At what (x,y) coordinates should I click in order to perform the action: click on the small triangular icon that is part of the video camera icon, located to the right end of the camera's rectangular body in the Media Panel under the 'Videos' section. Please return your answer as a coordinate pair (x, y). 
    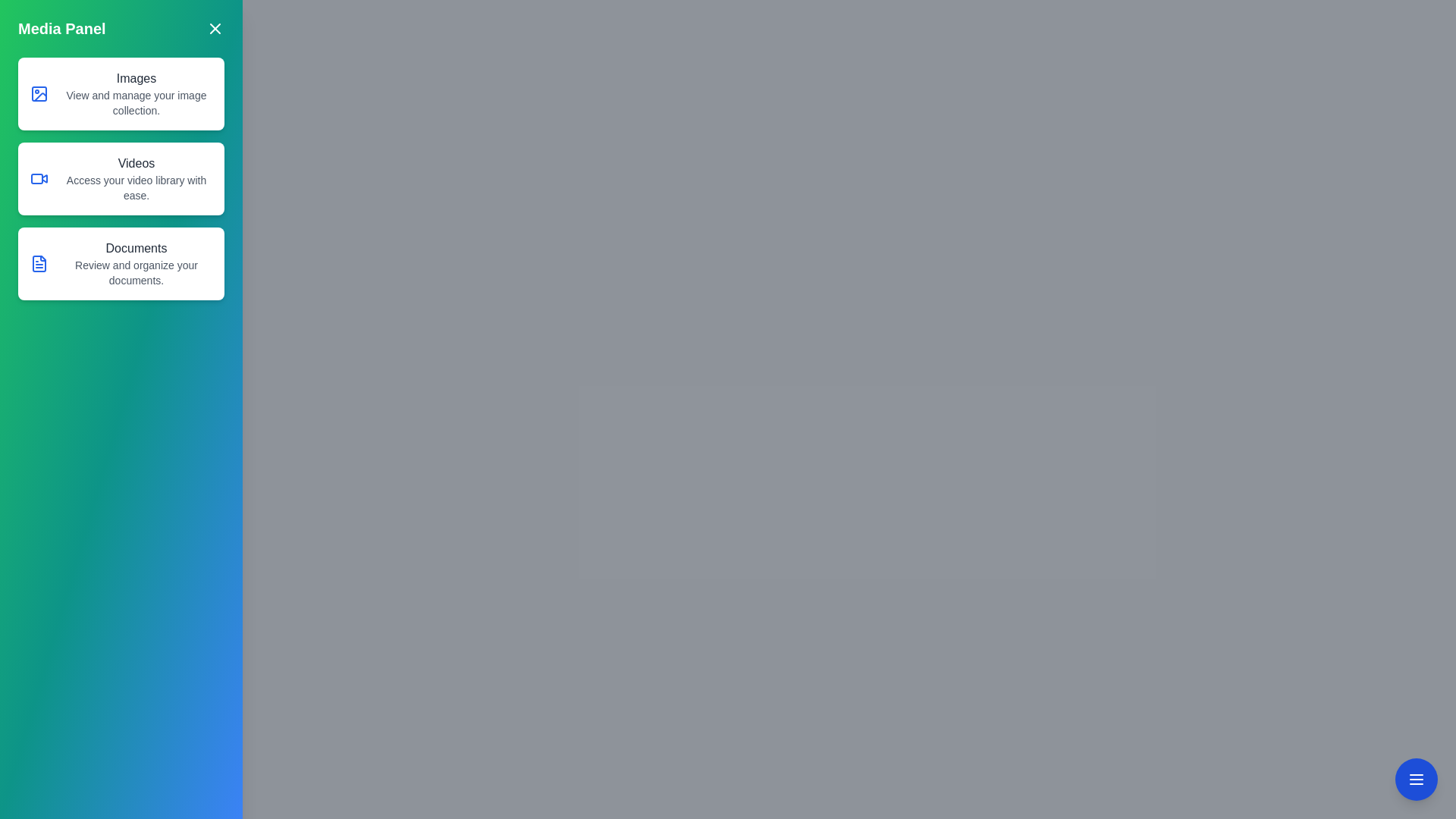
    Looking at the image, I should click on (44, 177).